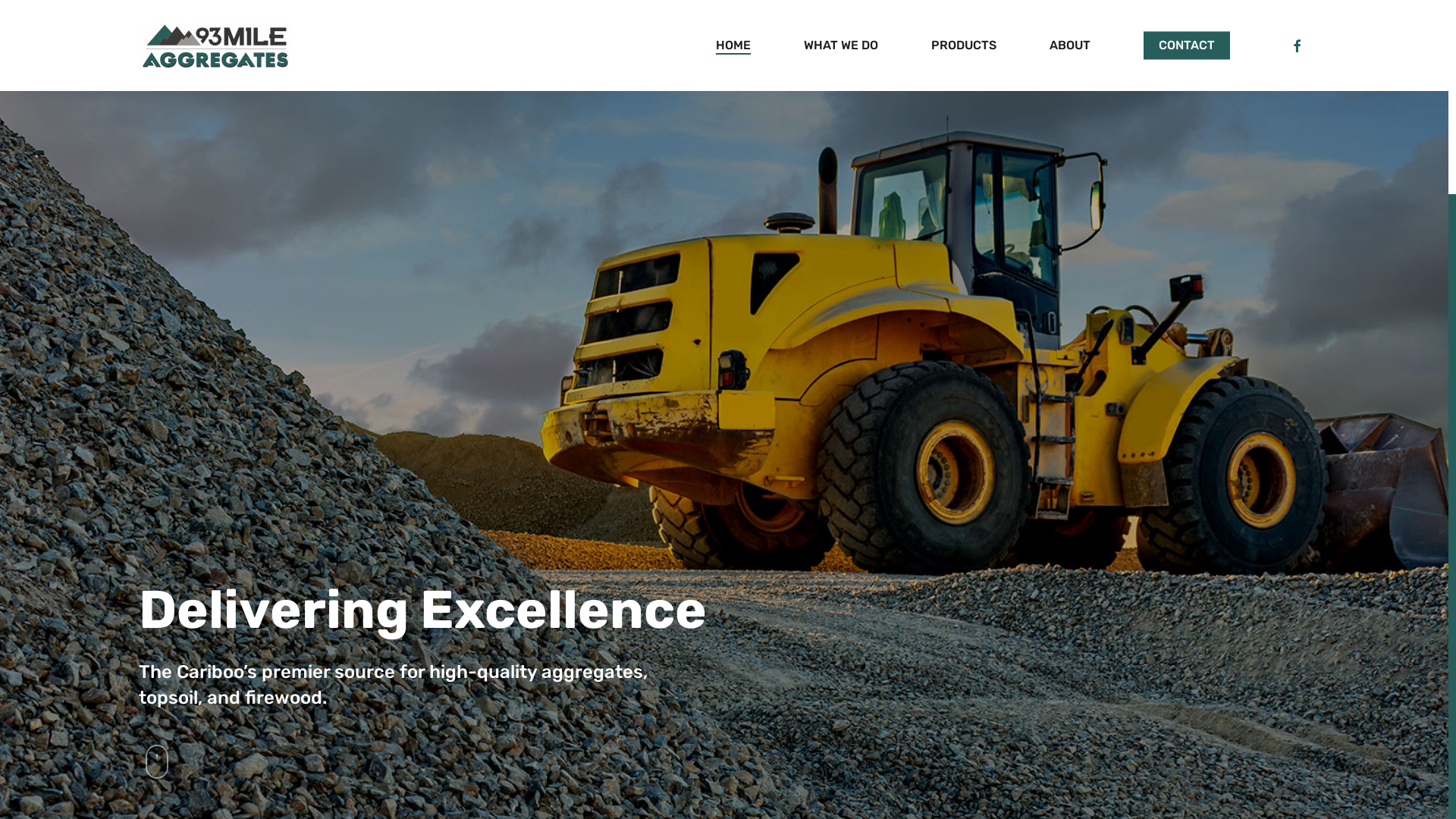 This screenshot has width=1456, height=819. What do you see at coordinates (1295, 45) in the screenshot?
I see `'FACEBOOK'` at bounding box center [1295, 45].